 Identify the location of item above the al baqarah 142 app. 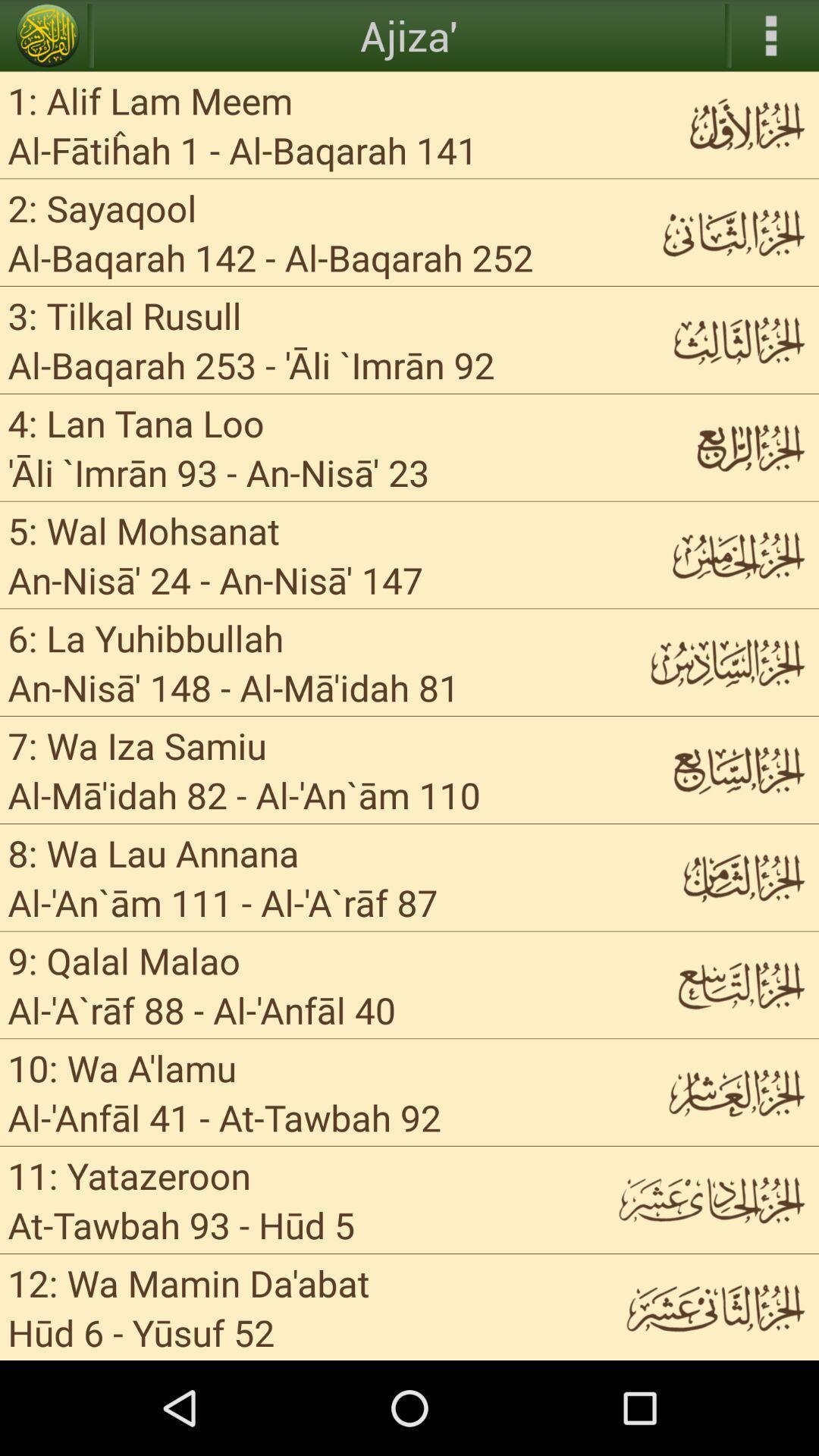
(102, 207).